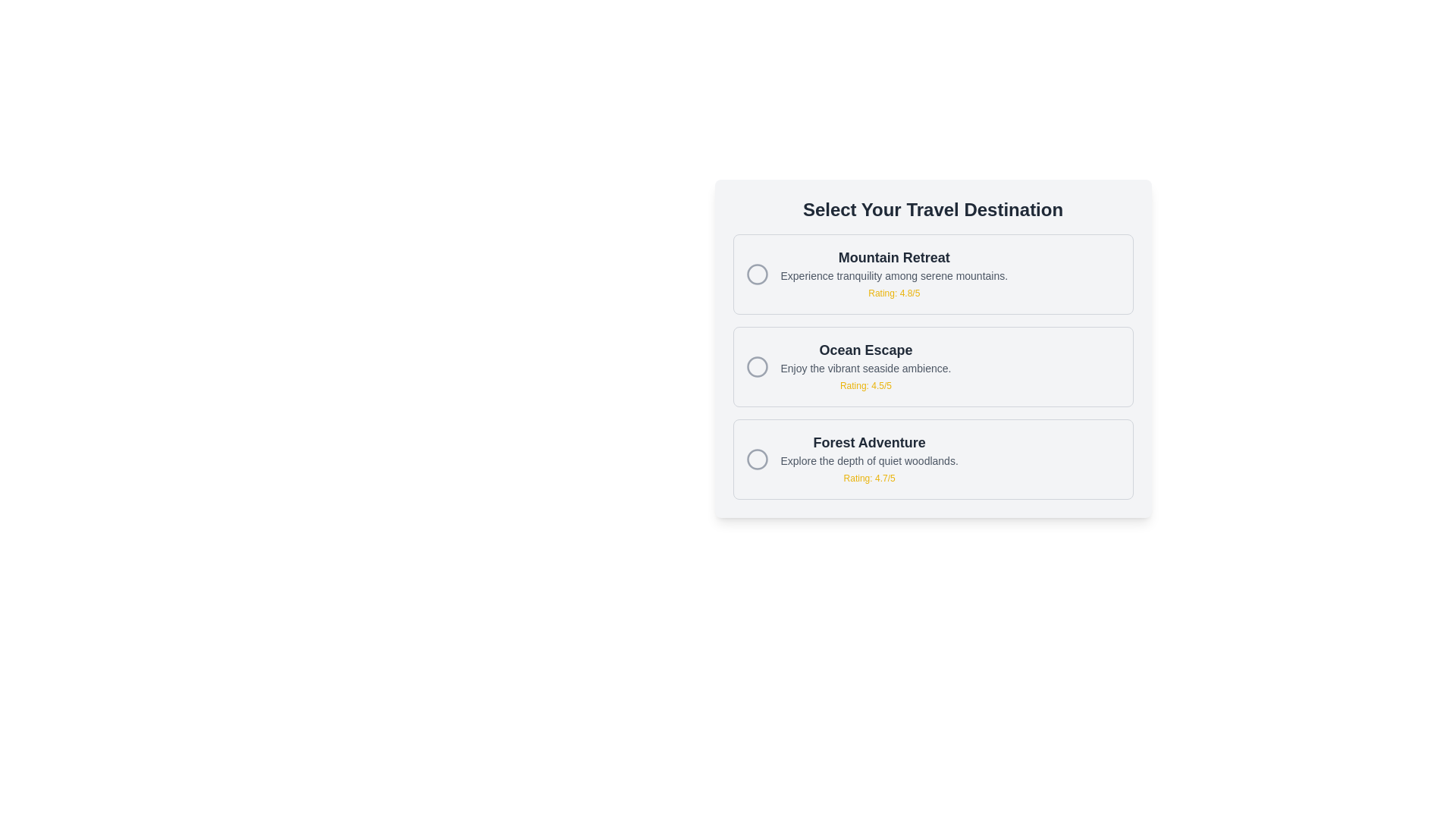 The image size is (1456, 819). What do you see at coordinates (757, 275) in the screenshot?
I see `the inner circle element rendered within an SVG structure, which is located to the left of the text 'Mountain Retreat' in the first option row of the multi-choice layout under the heading 'Select Your Travel Destination'` at bounding box center [757, 275].